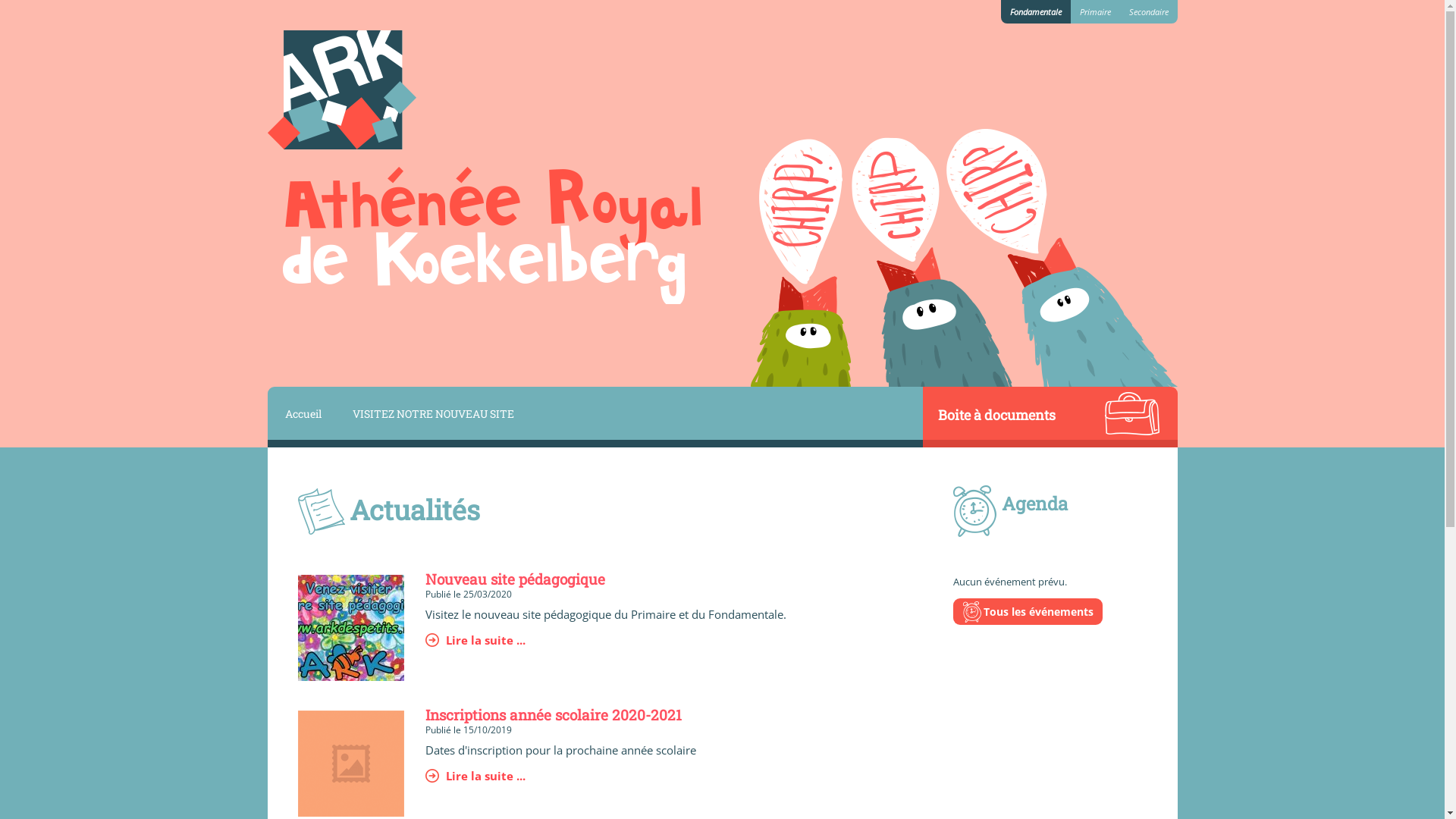 The height and width of the screenshot is (819, 1456). What do you see at coordinates (1001, 503) in the screenshot?
I see `'Agenda'` at bounding box center [1001, 503].